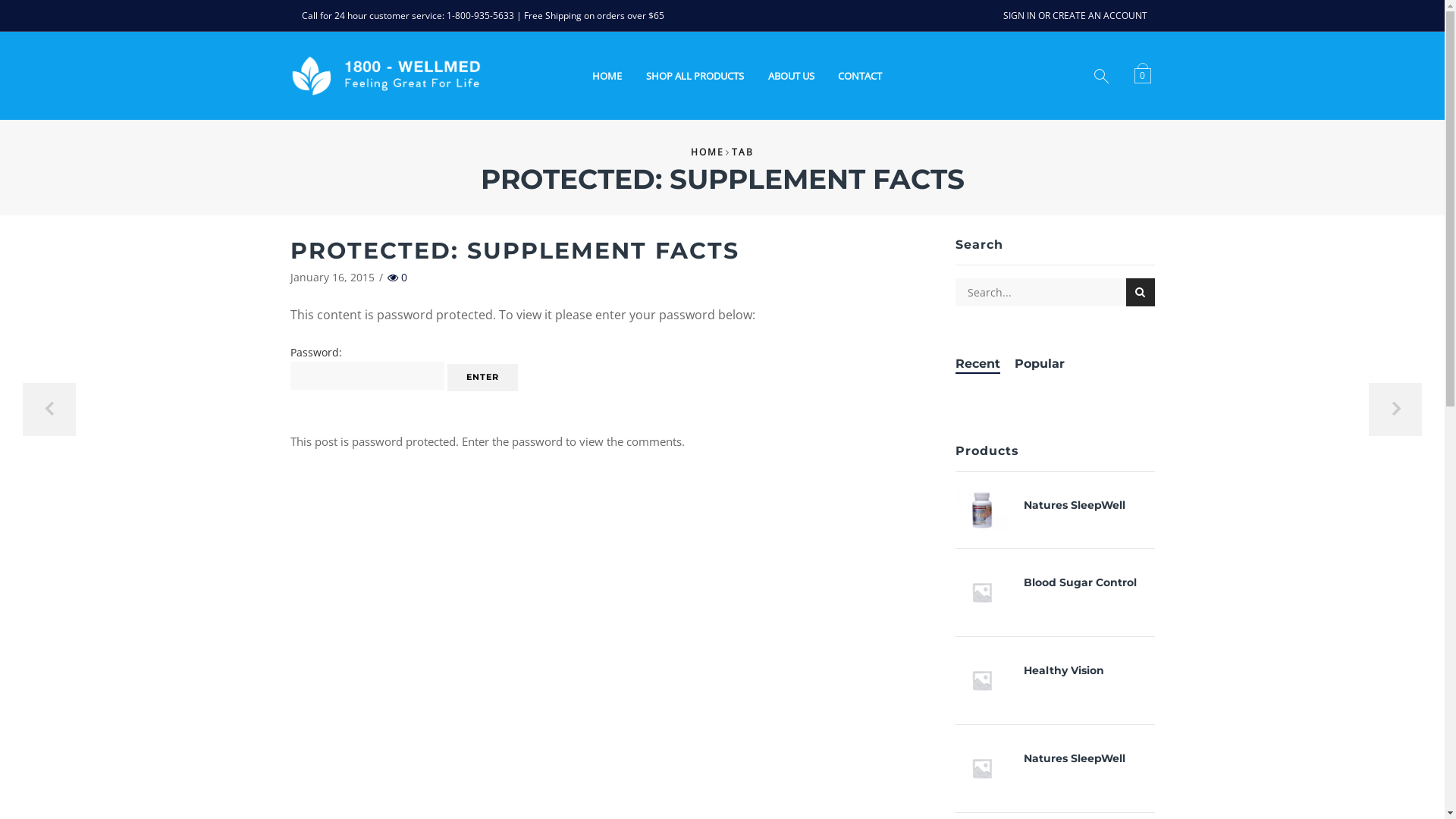  Describe the element at coordinates (990, 679) in the screenshot. I see `'Healthy Vision'` at that location.